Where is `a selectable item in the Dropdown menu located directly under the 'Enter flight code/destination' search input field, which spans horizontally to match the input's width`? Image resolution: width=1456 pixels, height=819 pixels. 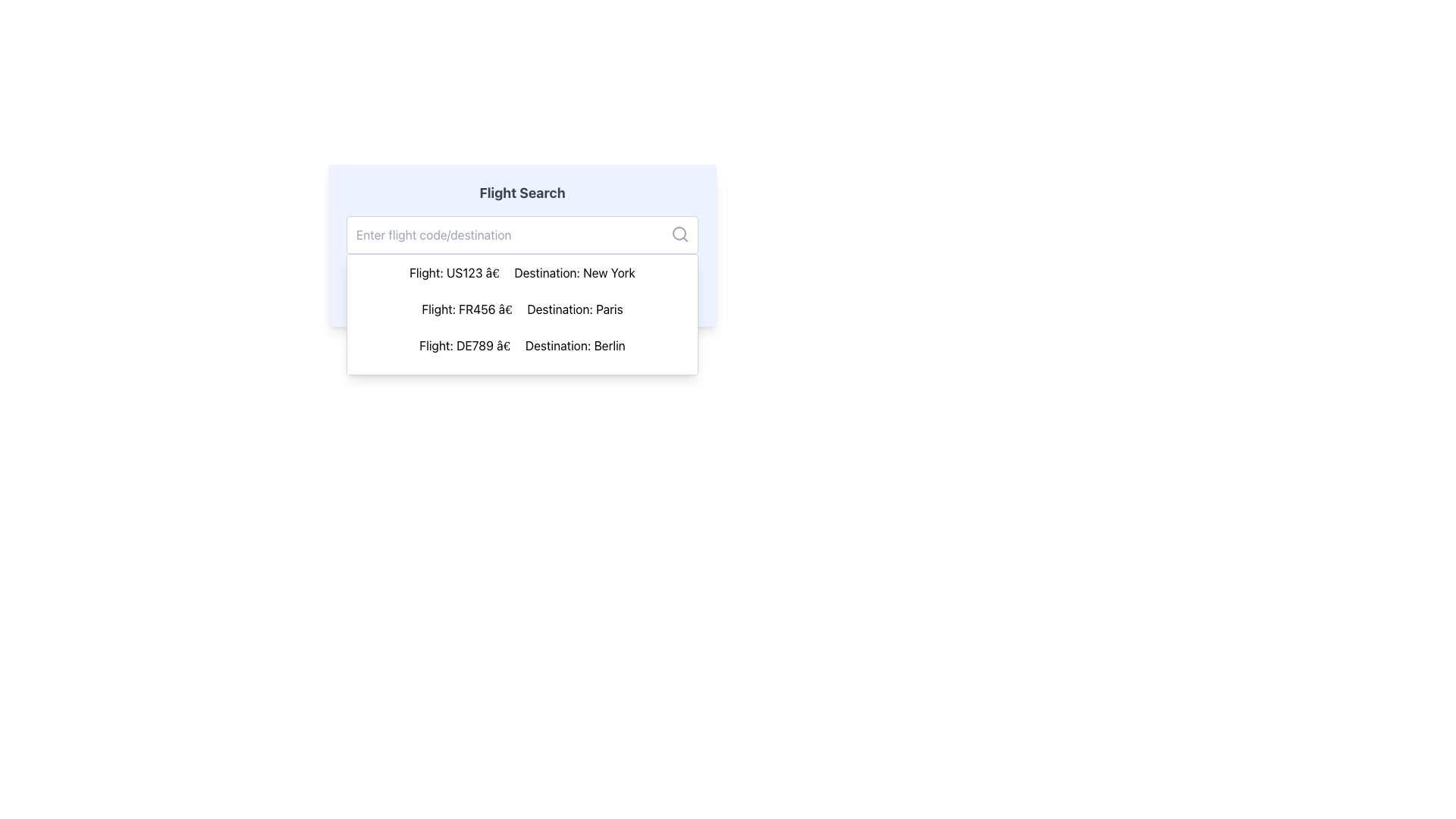 a selectable item in the Dropdown menu located directly under the 'Enter flight code/destination' search input field, which spans horizontally to match the input's width is located at coordinates (522, 314).